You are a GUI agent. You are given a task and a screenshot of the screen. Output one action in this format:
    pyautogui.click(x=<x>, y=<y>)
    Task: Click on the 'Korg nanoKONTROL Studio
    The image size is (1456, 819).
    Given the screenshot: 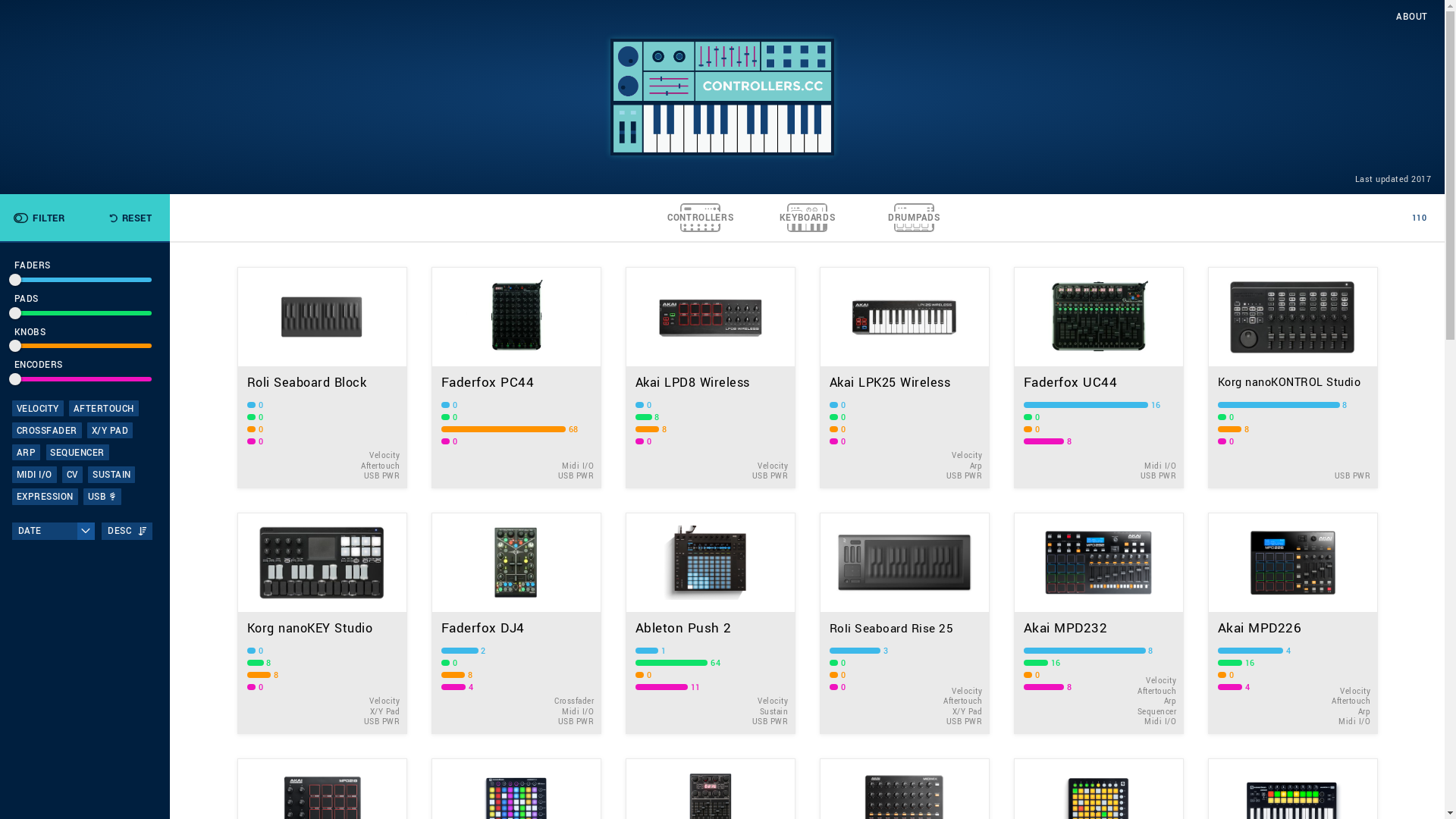 What is the action you would take?
    pyautogui.click(x=1291, y=376)
    